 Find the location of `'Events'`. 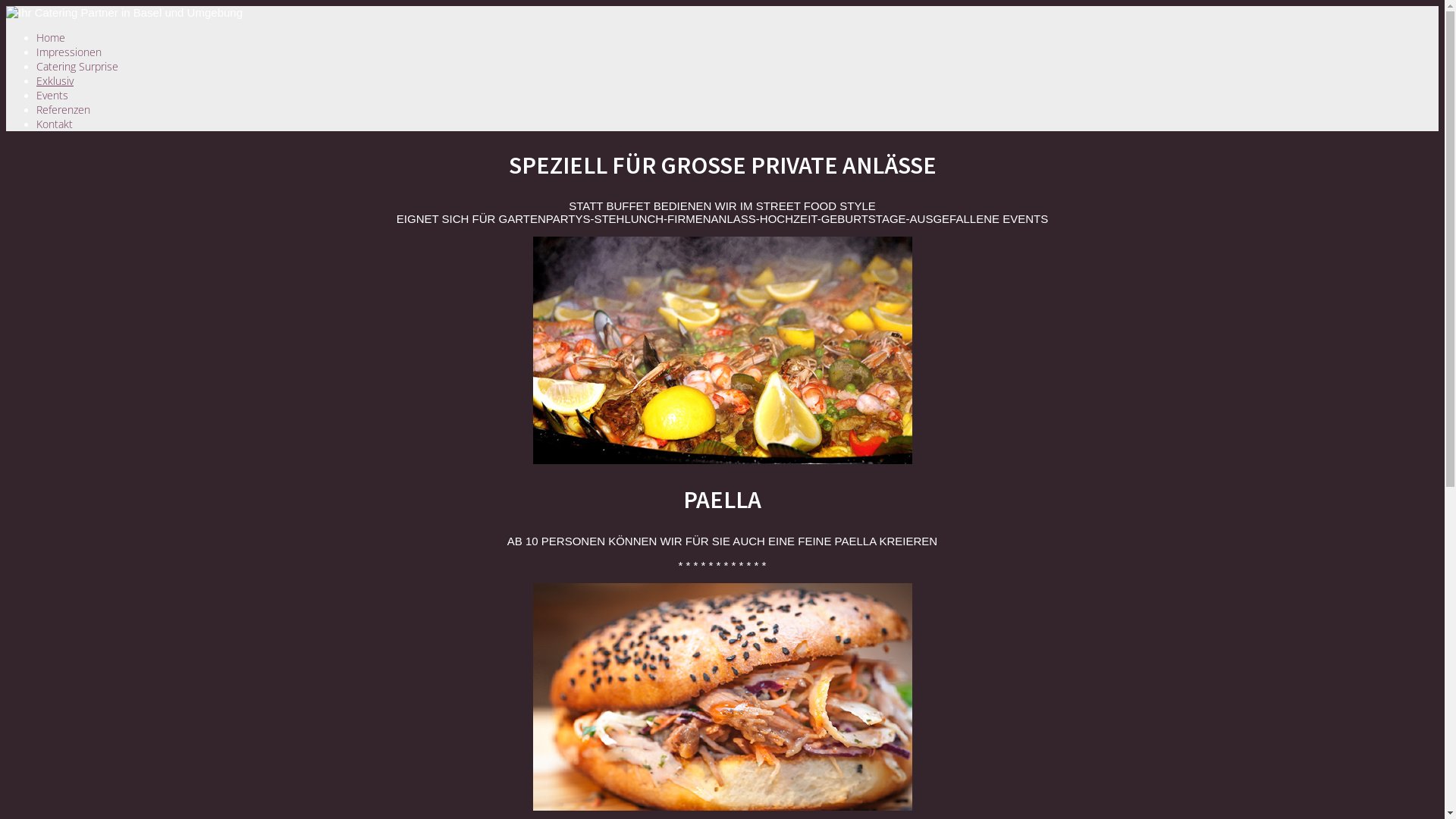

'Events' is located at coordinates (52, 95).